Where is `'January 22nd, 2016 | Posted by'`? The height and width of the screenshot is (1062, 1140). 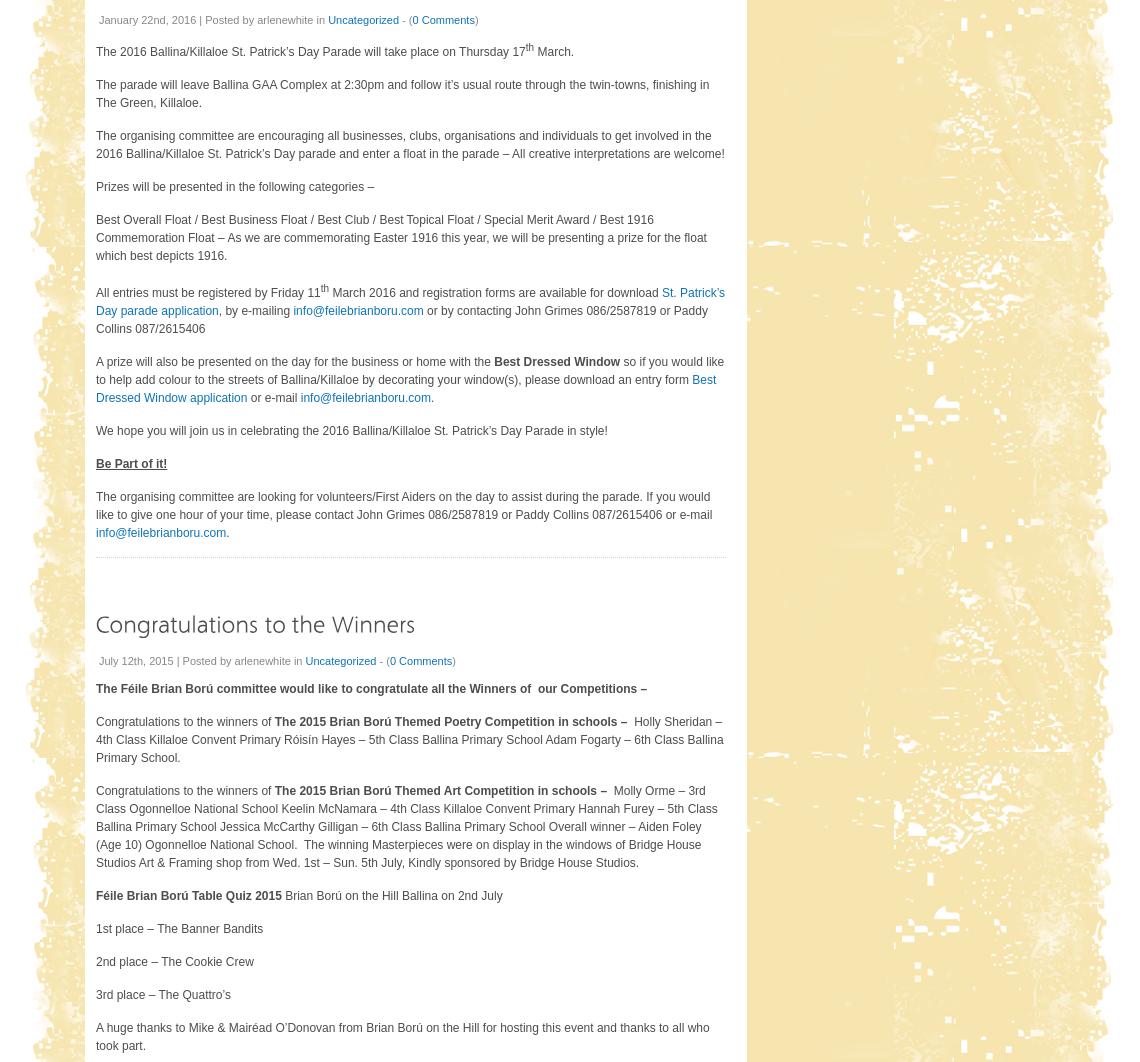 'January 22nd, 2016 | Posted by' is located at coordinates (177, 19).